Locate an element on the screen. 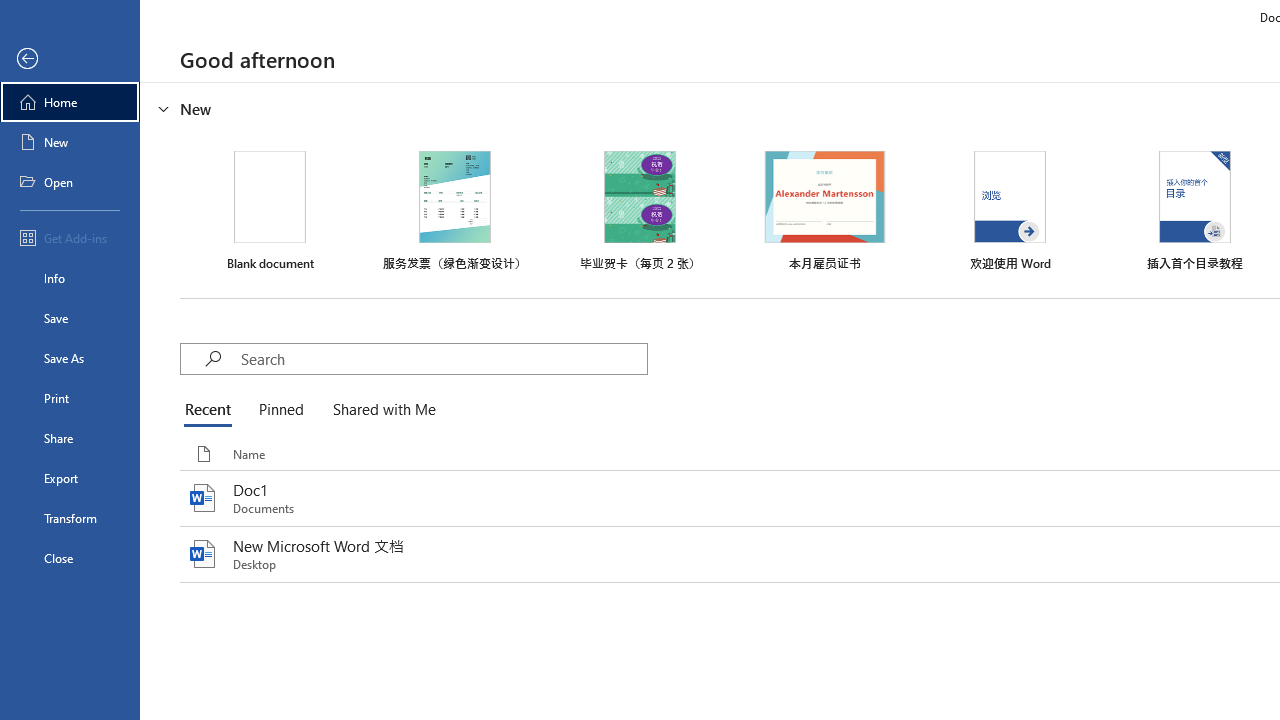 The height and width of the screenshot is (720, 1280). 'New' is located at coordinates (69, 140).